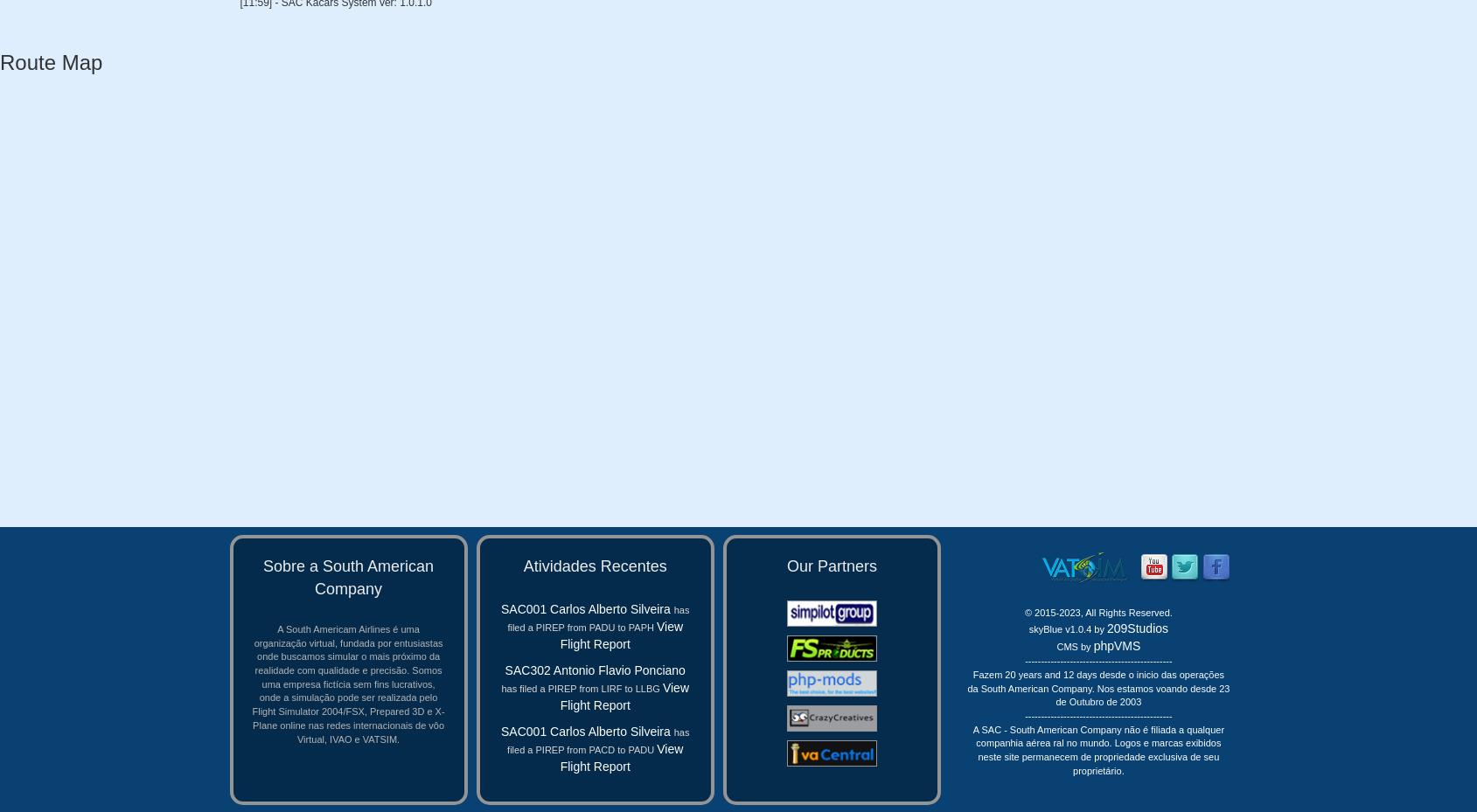 This screenshot has height=812, width=1477. What do you see at coordinates (50, 61) in the screenshot?
I see `'Route Map'` at bounding box center [50, 61].